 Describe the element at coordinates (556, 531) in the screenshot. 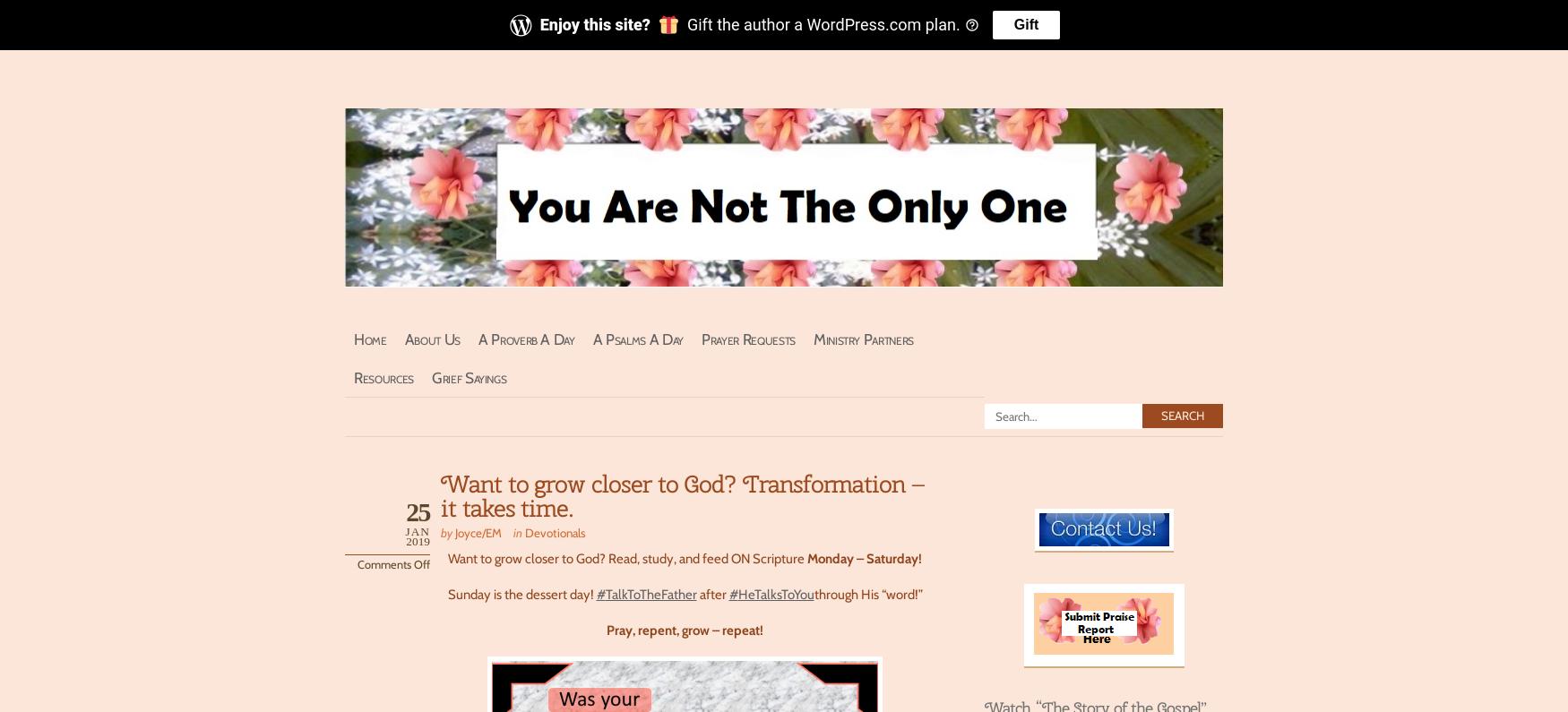

I see `'Devotionals'` at that location.